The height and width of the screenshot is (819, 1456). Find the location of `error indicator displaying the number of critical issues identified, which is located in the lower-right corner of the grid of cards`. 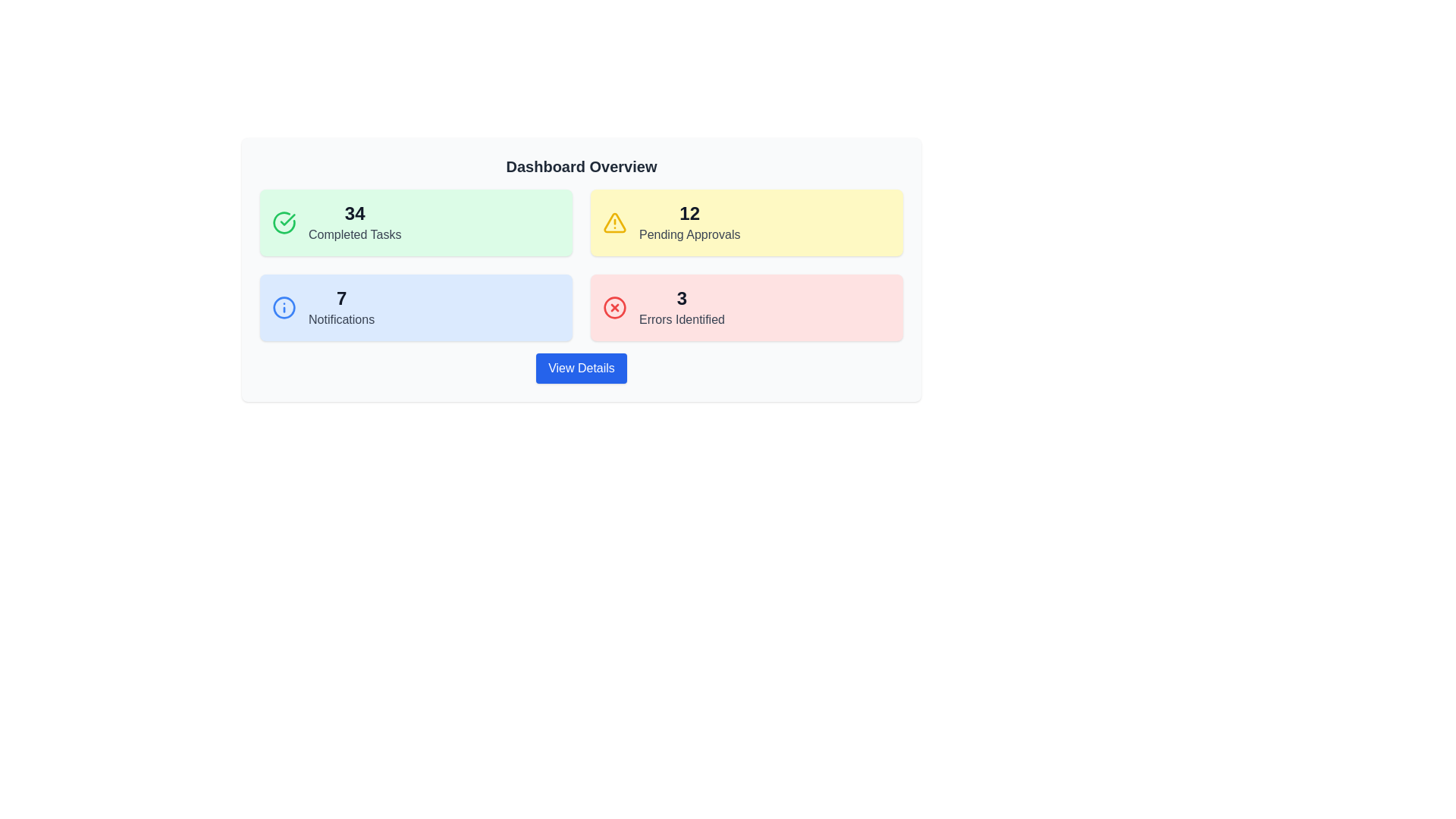

error indicator displaying the number of critical issues identified, which is located in the lower-right corner of the grid of cards is located at coordinates (746, 307).